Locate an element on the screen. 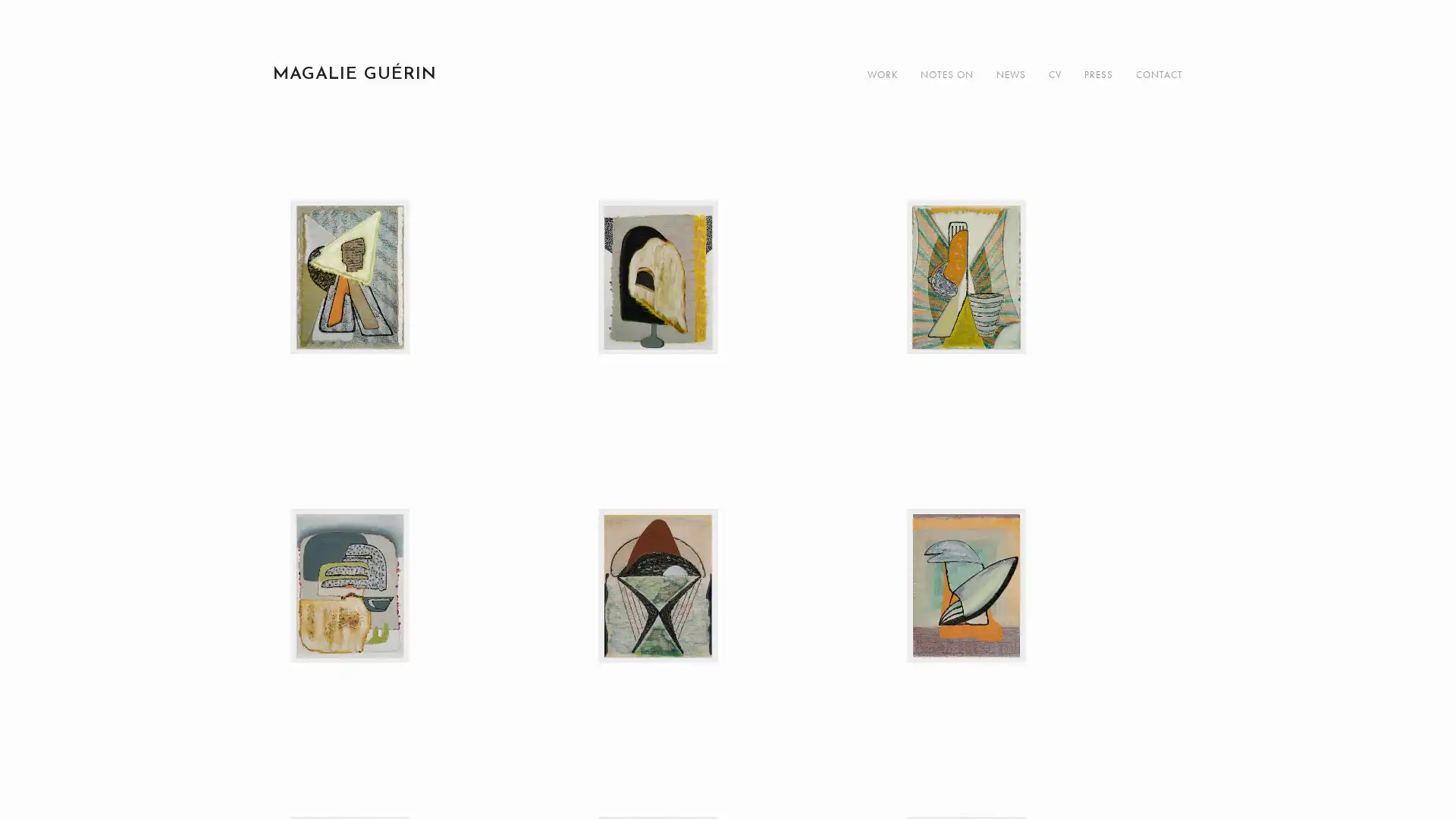 This screenshot has width=1456, height=819. View fullsize Untitled (quarantine painting 06), 2020 is located at coordinates (1035, 654).